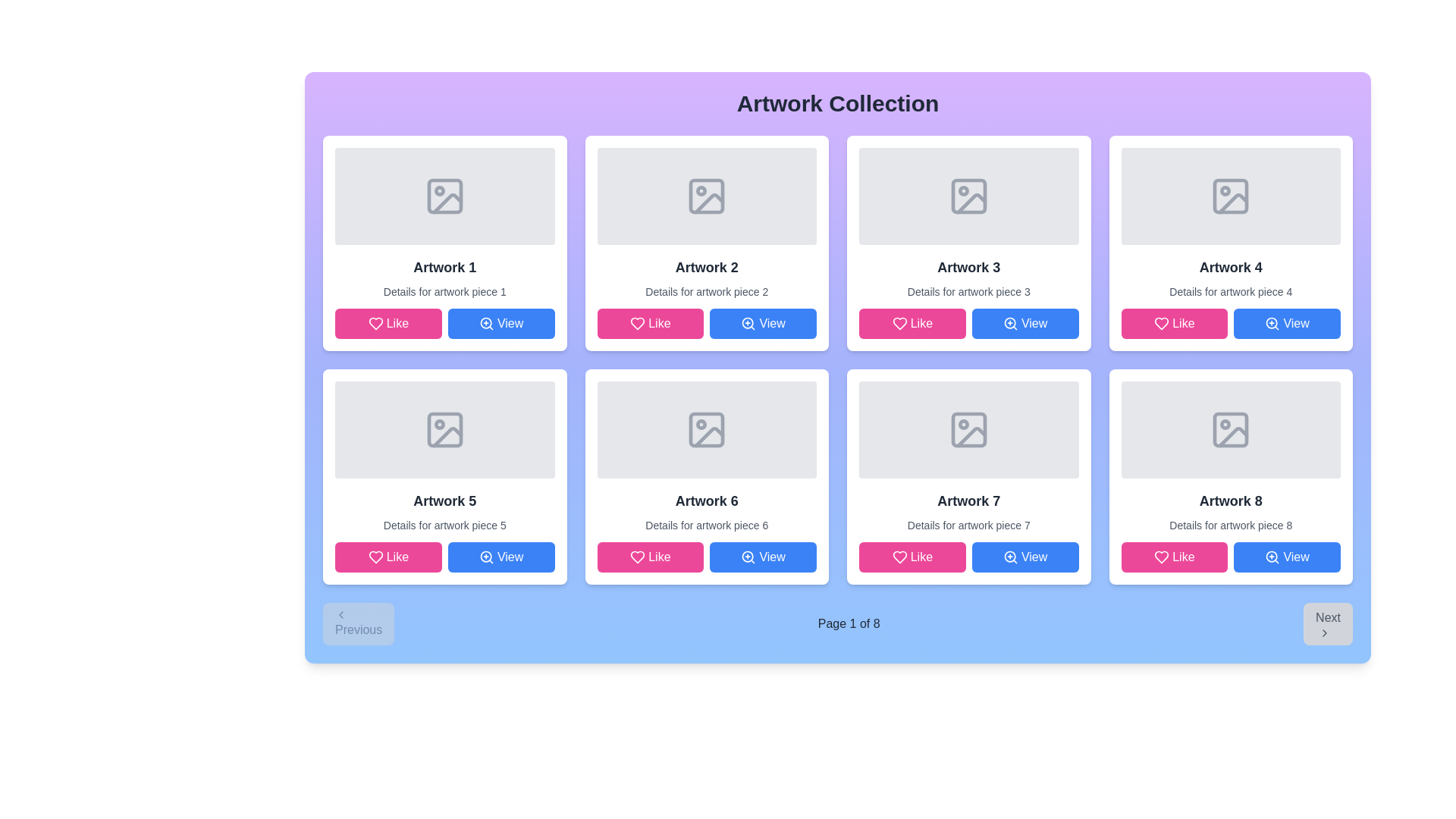 Image resolution: width=1456 pixels, height=819 pixels. What do you see at coordinates (968, 430) in the screenshot?
I see `the small rectangular graphical icon component with rounded corners, which is part of the image placeholder for 'Artwork 7' located in the bottom row of the artwork grid` at bounding box center [968, 430].